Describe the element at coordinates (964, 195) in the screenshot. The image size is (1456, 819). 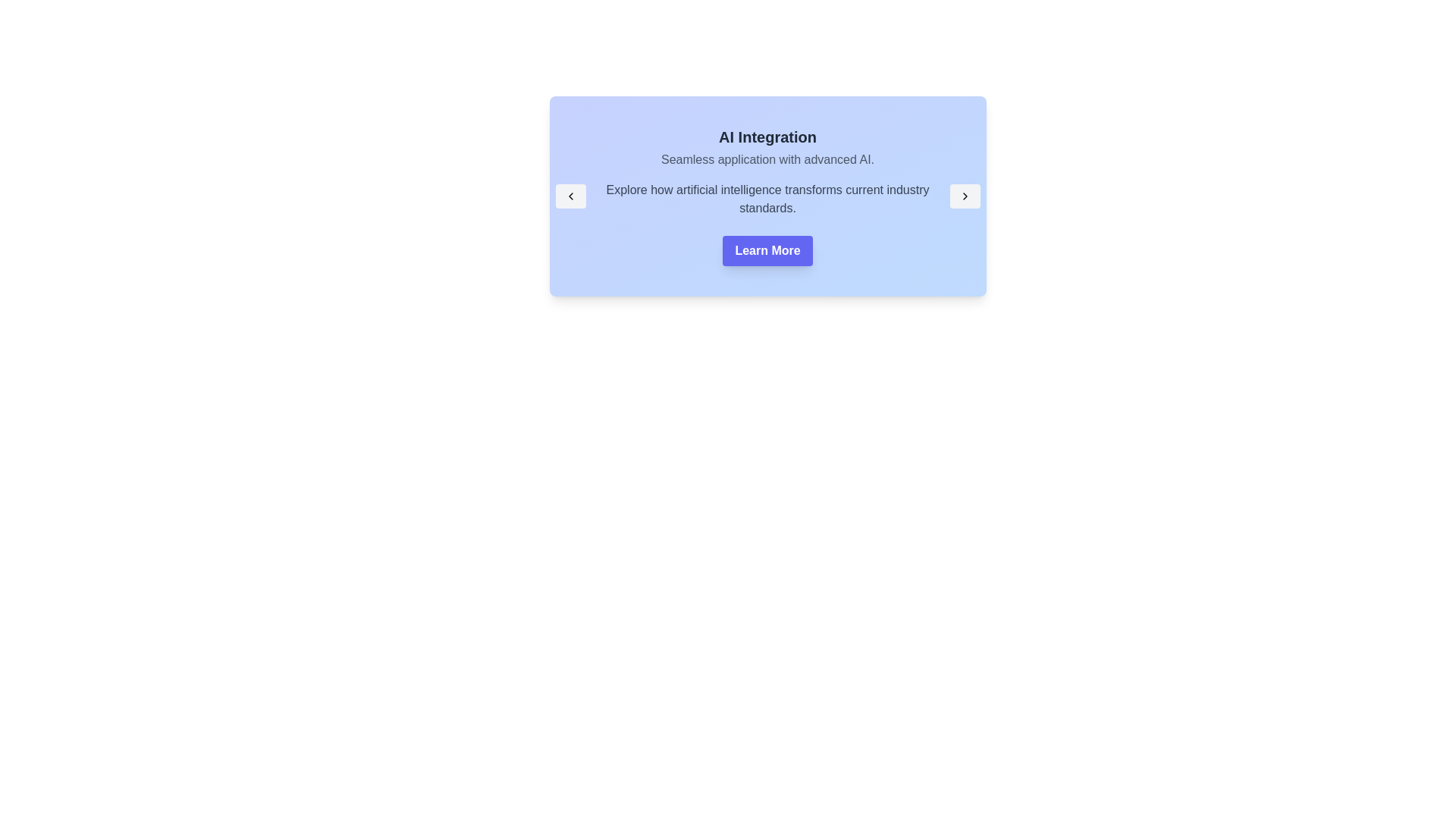
I see `the right-pointing chevron icon button with a light gray background` at that location.